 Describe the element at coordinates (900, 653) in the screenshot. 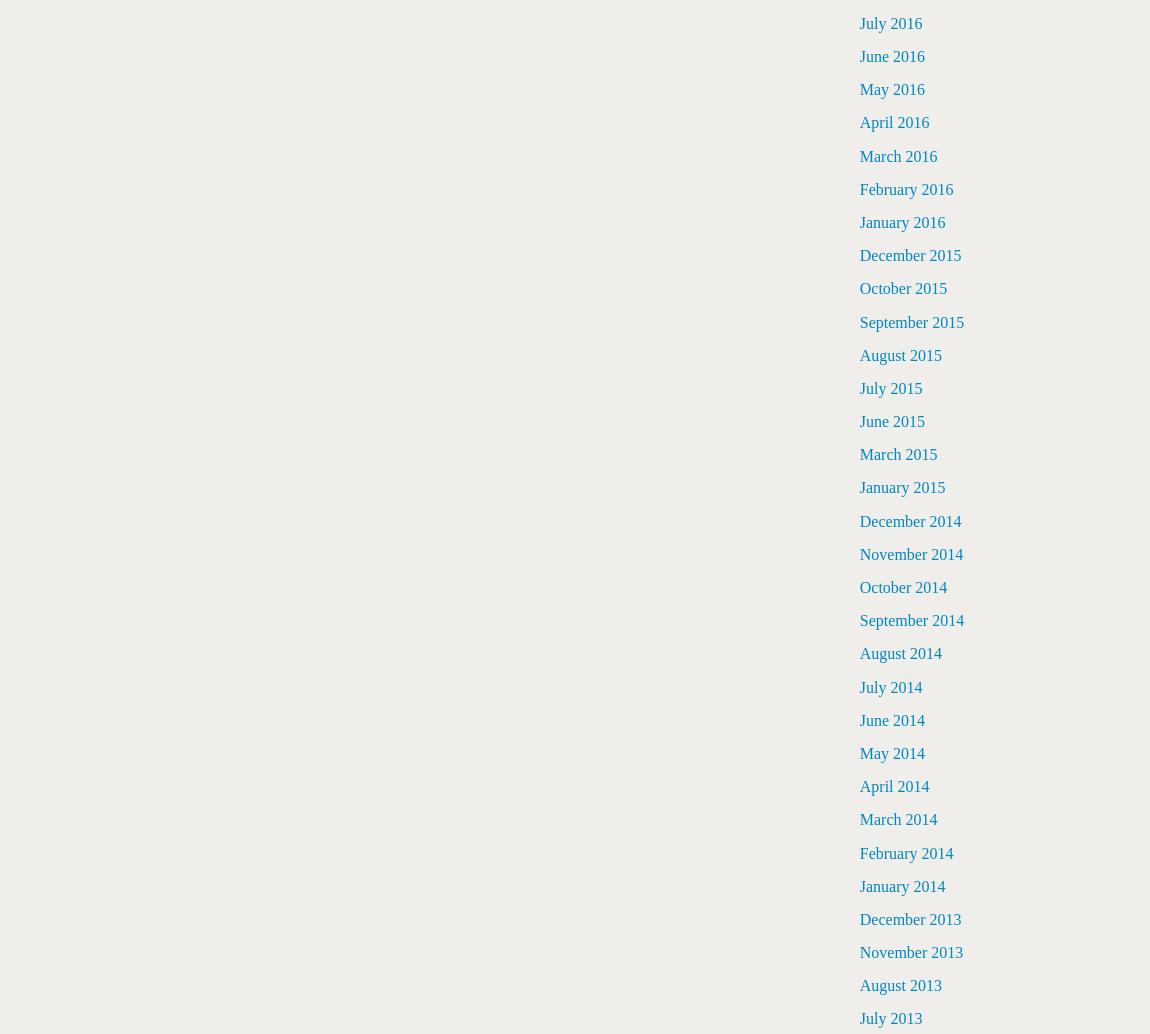

I see `'August 2014'` at that location.